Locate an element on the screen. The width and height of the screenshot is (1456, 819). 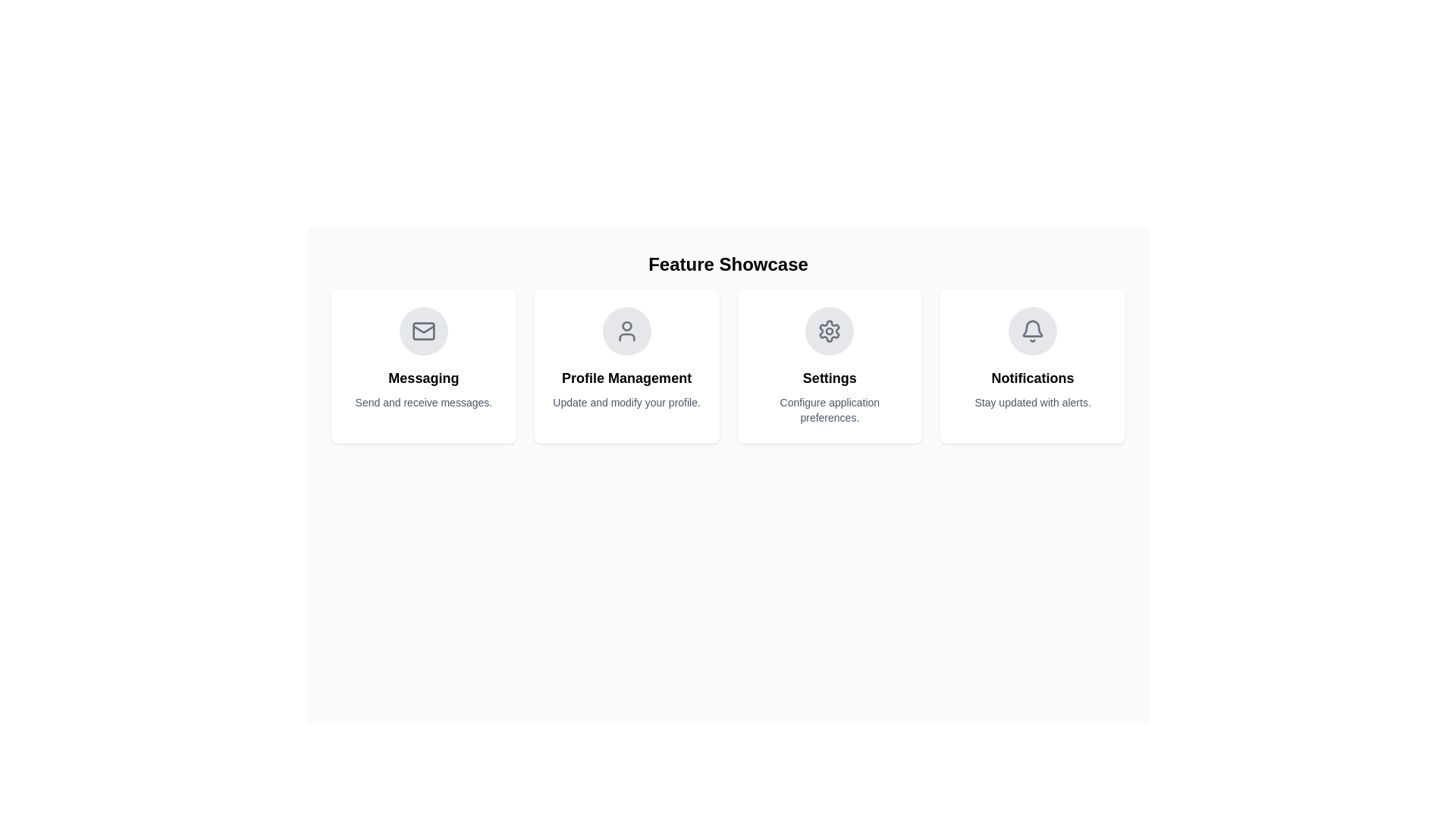
the Text Label located within the 'Messaging' content card, positioned just below the 'Messaging' title text is located at coordinates (423, 402).